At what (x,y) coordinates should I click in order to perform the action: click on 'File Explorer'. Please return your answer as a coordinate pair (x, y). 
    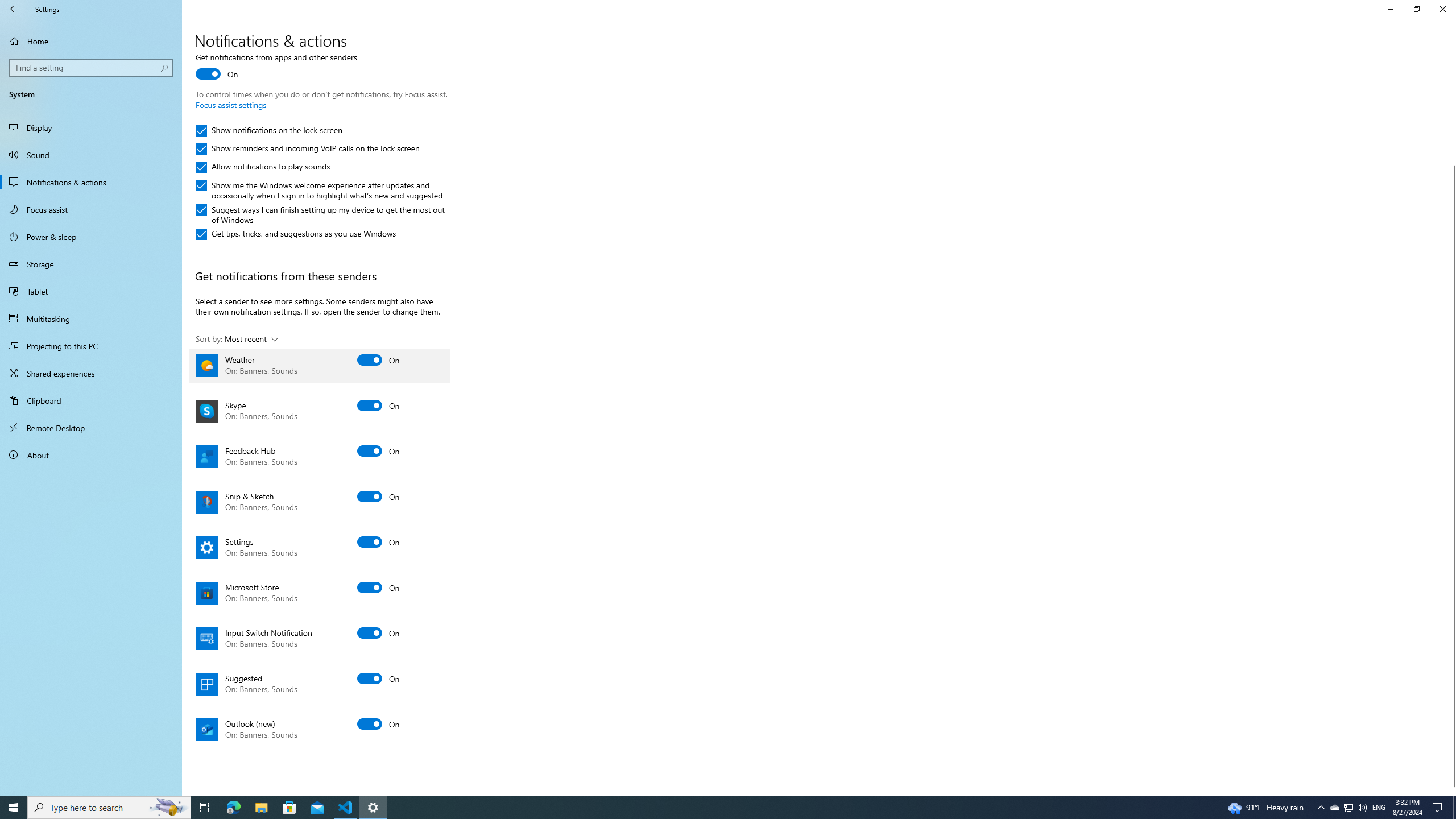
    Looking at the image, I should click on (260, 806).